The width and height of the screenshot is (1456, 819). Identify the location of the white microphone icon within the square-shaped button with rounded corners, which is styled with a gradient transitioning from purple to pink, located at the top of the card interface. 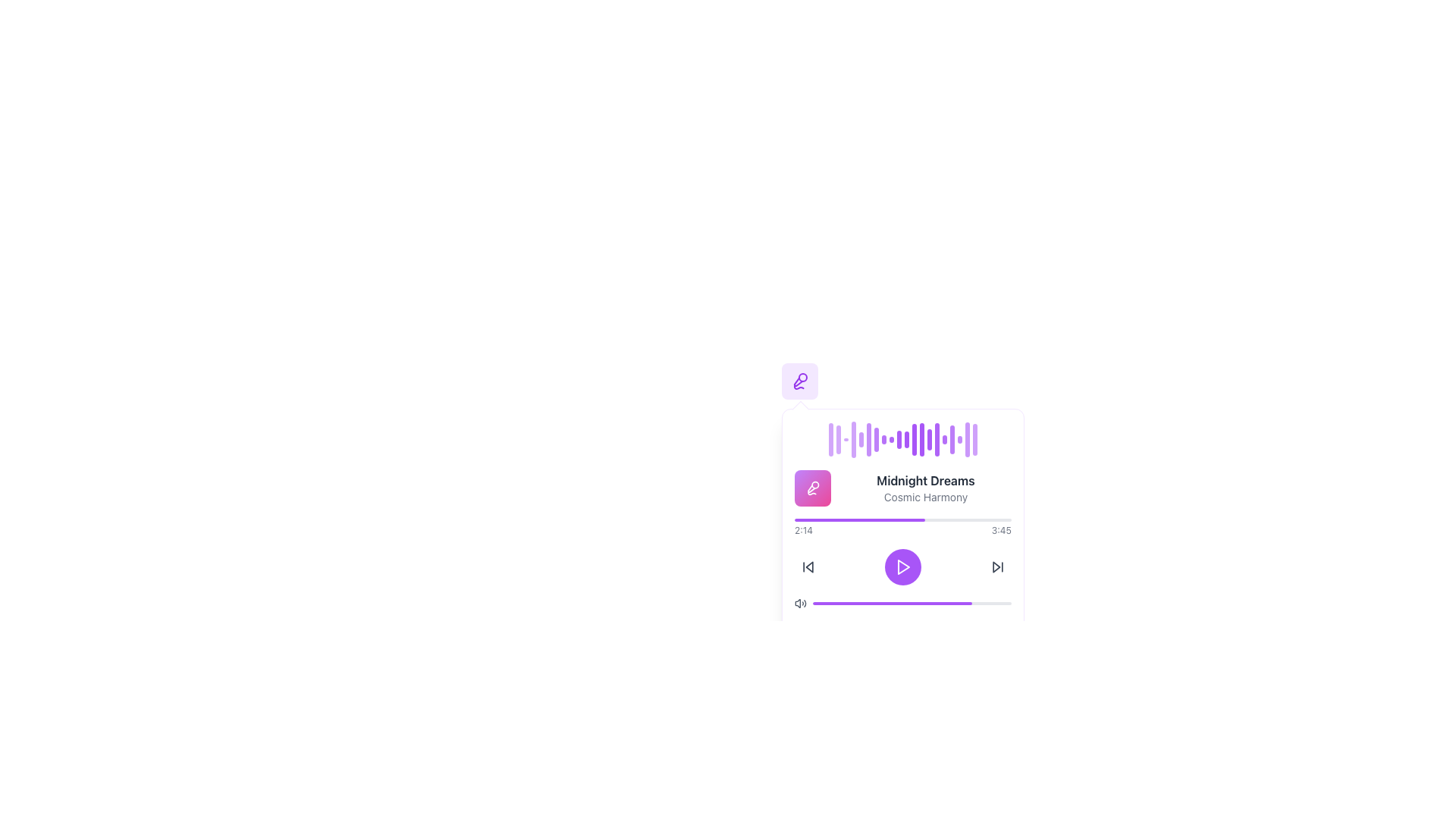
(811, 488).